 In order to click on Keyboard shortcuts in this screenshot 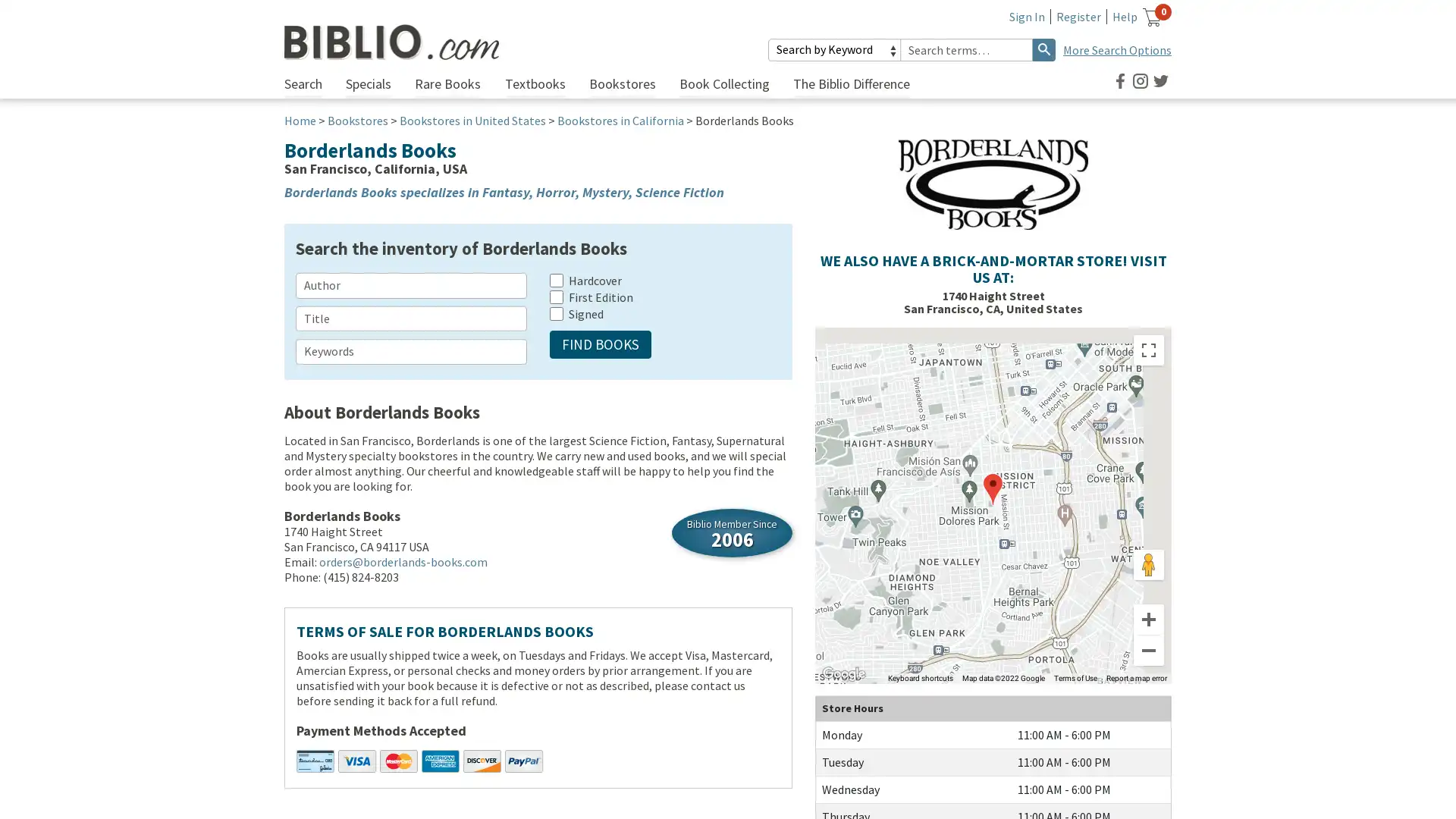, I will do `click(920, 677)`.